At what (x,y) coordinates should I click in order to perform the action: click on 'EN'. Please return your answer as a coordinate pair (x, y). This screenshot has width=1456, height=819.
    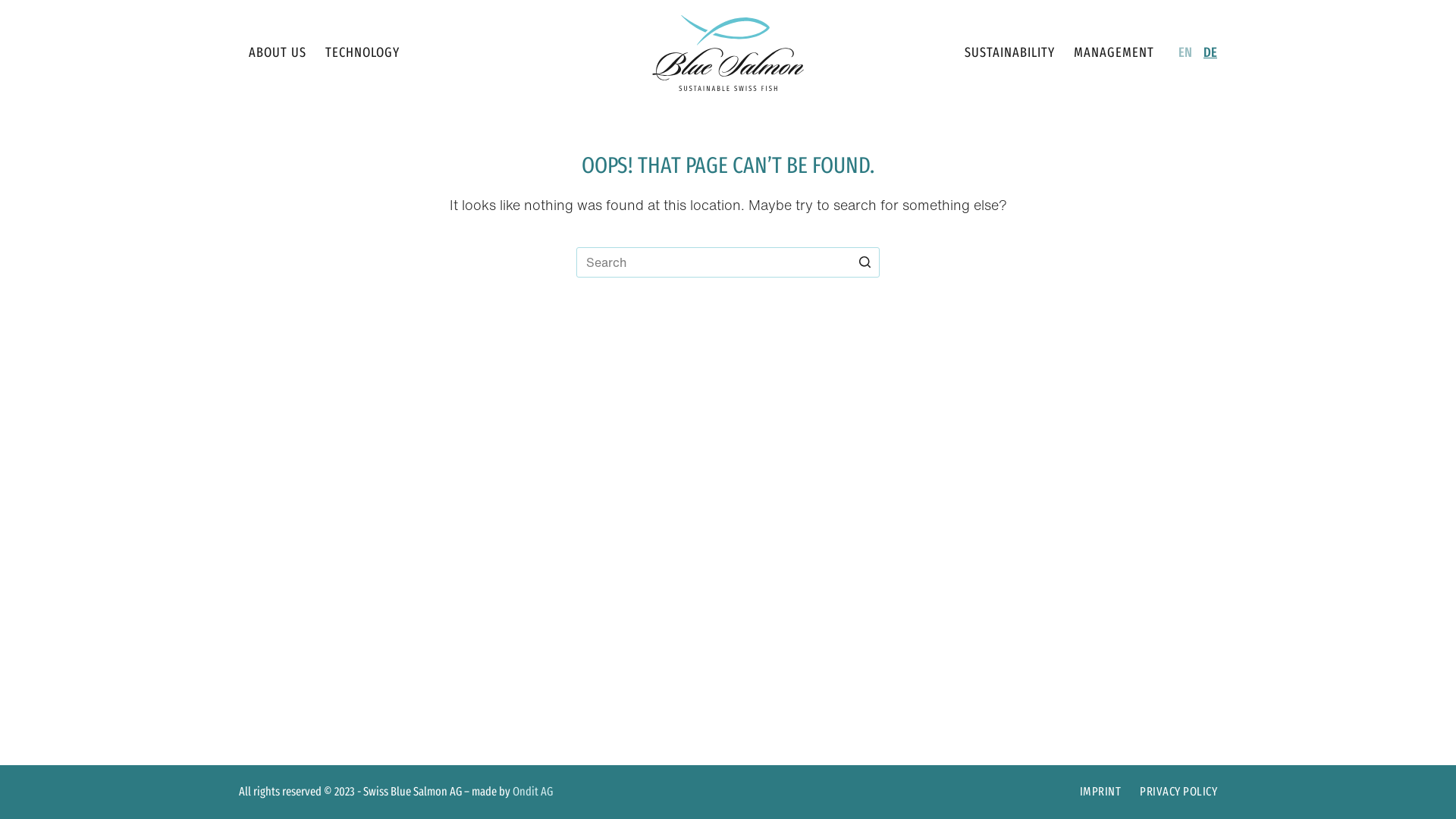
    Looking at the image, I should click on (1178, 52).